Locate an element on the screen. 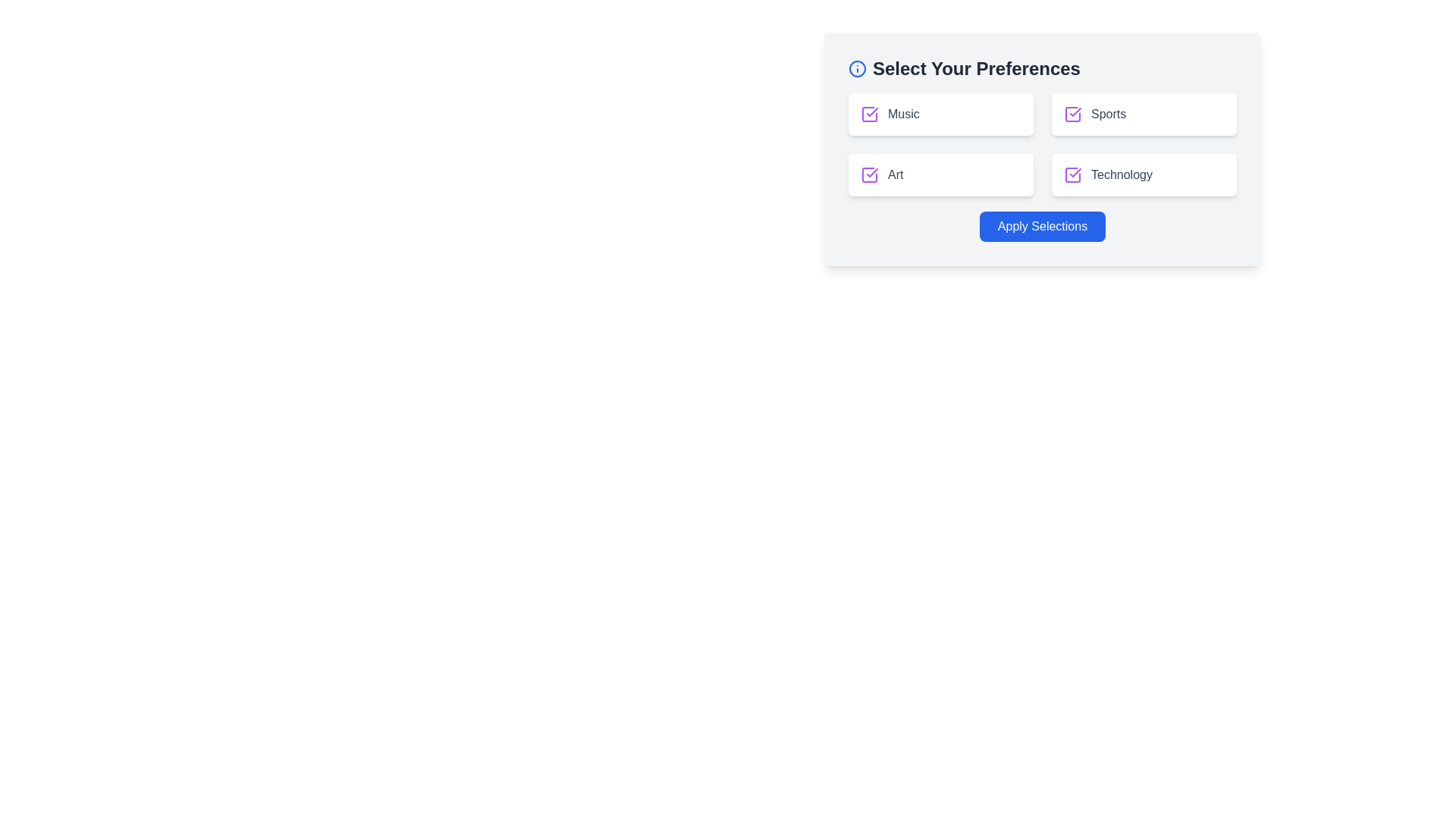 This screenshot has height=819, width=1456. the blue circular information icon located to the immediate left of the 'Select Your Preferences' heading in the header section of the user interface card is located at coordinates (858, 69).